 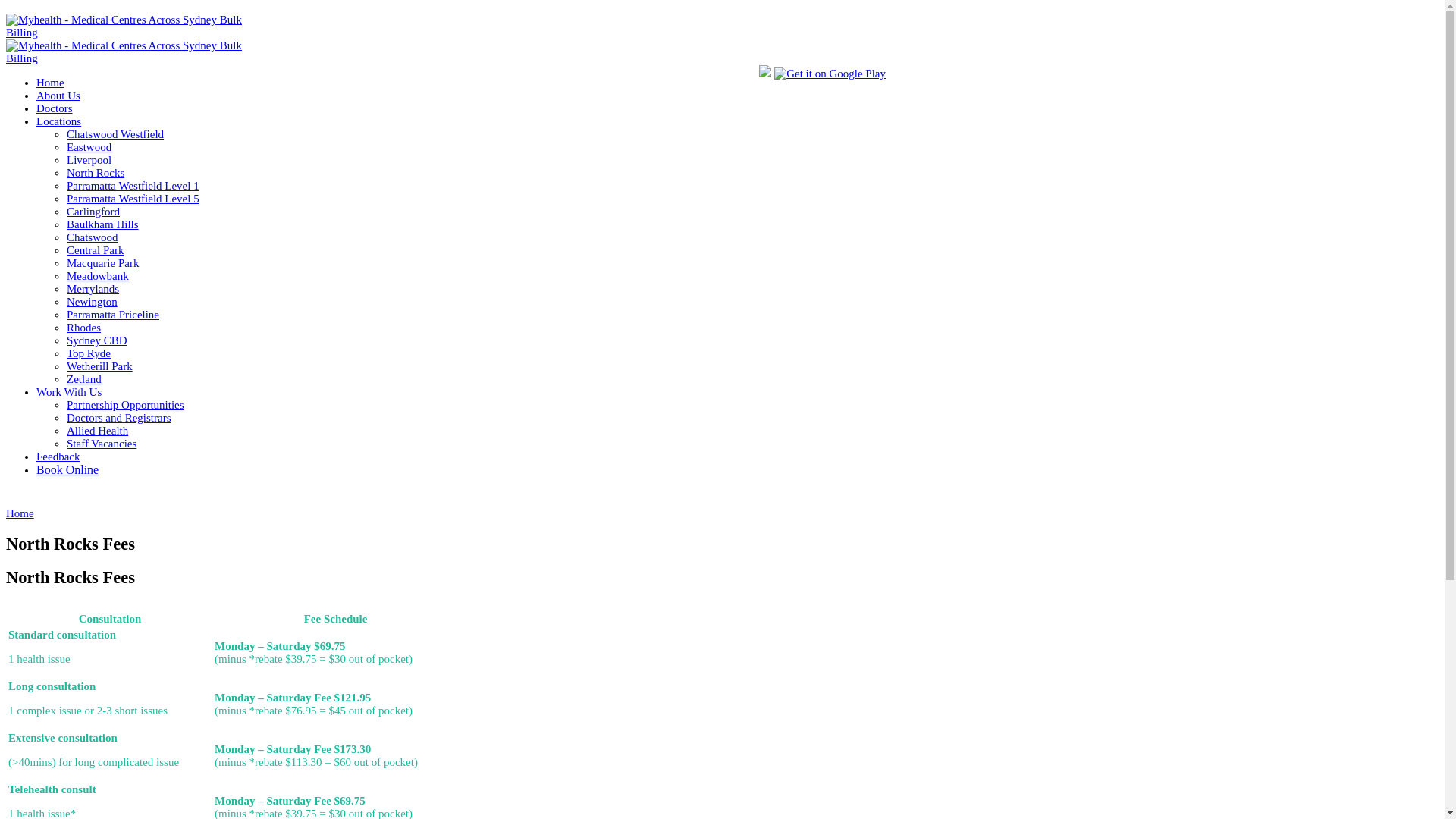 I want to click on 'Central Park', so click(x=94, y=249).